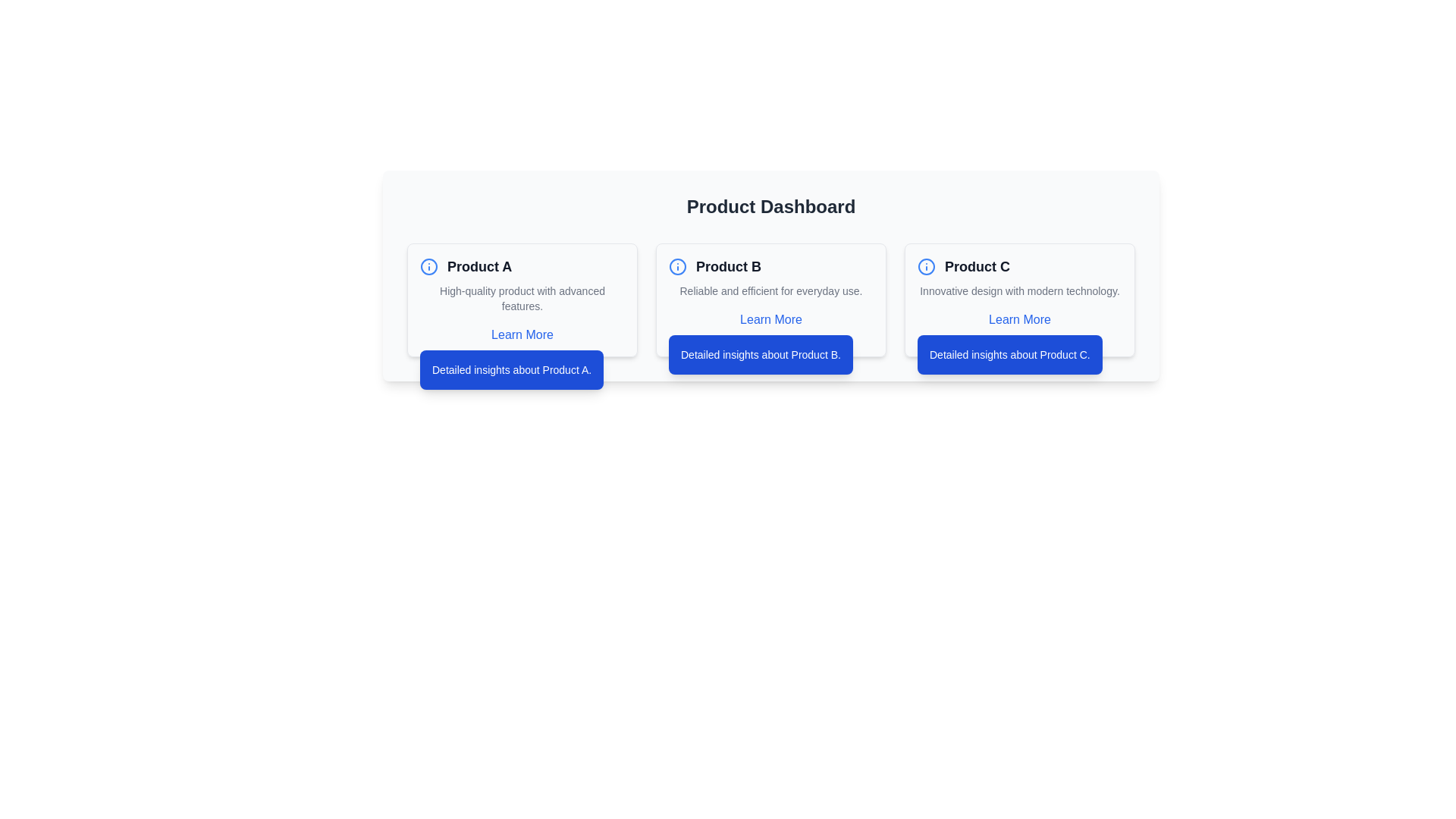 Image resolution: width=1456 pixels, height=819 pixels. What do you see at coordinates (428, 265) in the screenshot?
I see `the information icon located at the top-left corner of the card labeled 'Product A'` at bounding box center [428, 265].